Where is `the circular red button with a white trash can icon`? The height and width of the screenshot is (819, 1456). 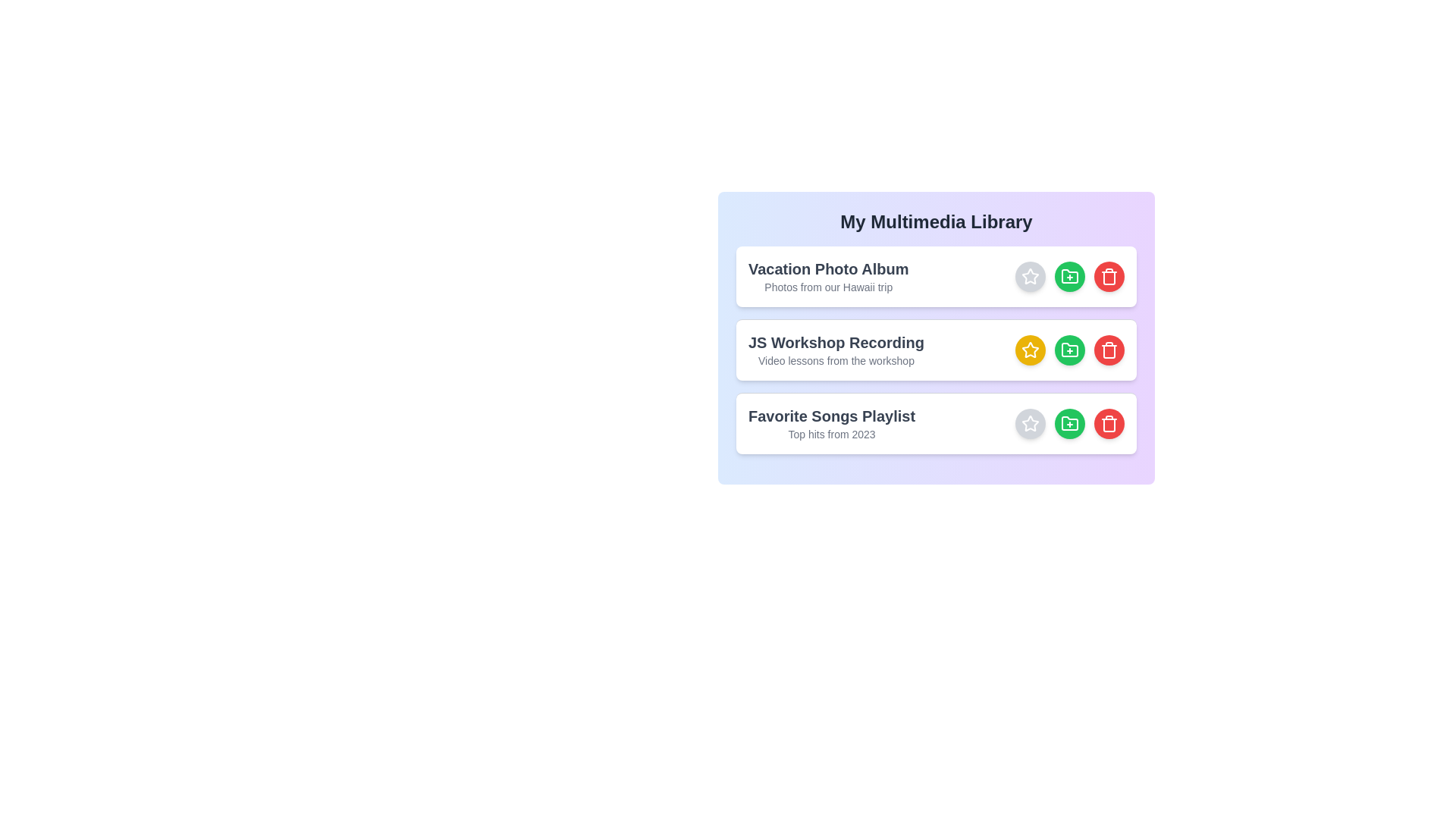
the circular red button with a white trash can icon is located at coordinates (1109, 277).